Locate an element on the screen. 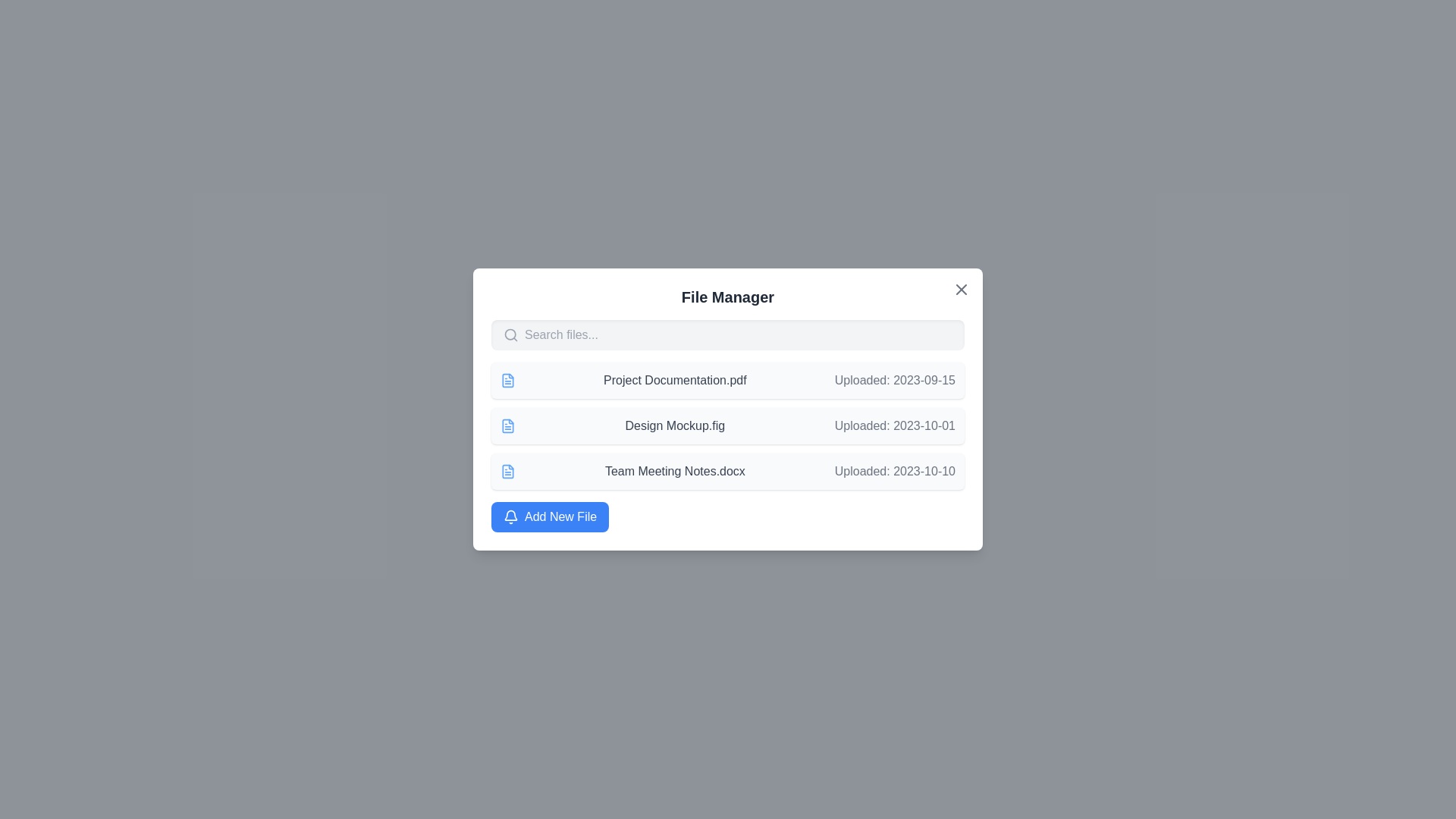  the small gray magnifying glass icon located to the left of the 'Search files...' input field is located at coordinates (510, 334).